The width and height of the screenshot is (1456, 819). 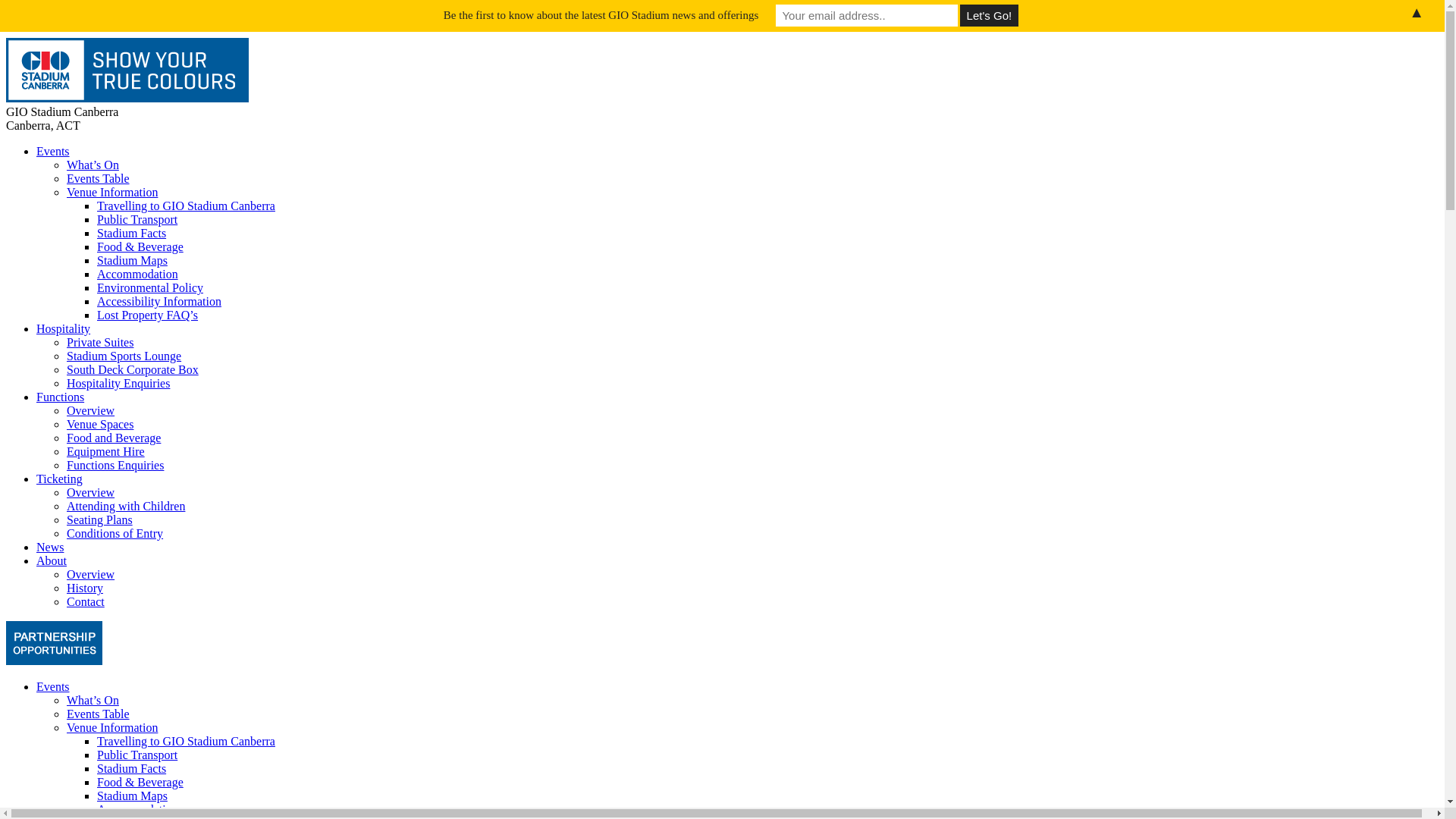 I want to click on 'Stadium Maps', so click(x=132, y=259).